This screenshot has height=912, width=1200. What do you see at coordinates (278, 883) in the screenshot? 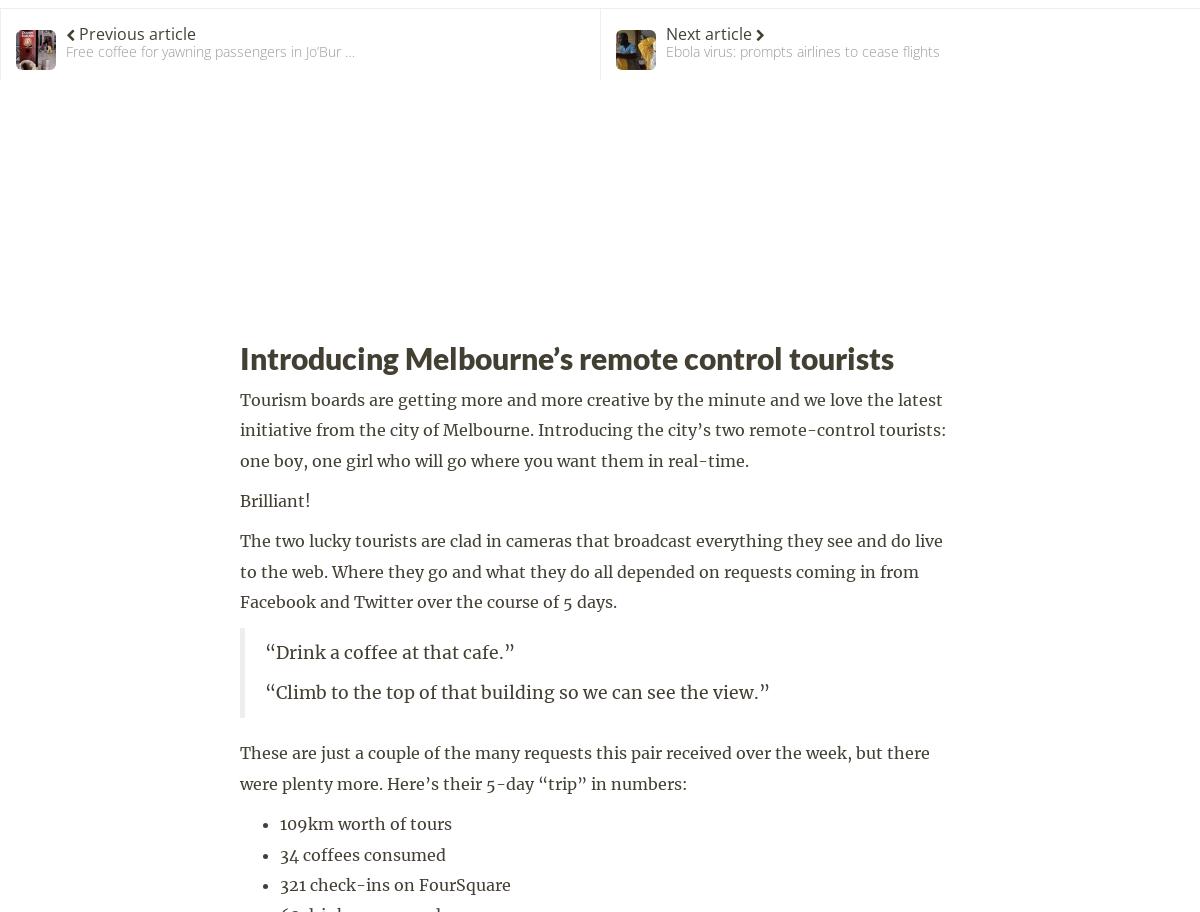
I see `'321 check-ins on FourSquare'` at bounding box center [278, 883].